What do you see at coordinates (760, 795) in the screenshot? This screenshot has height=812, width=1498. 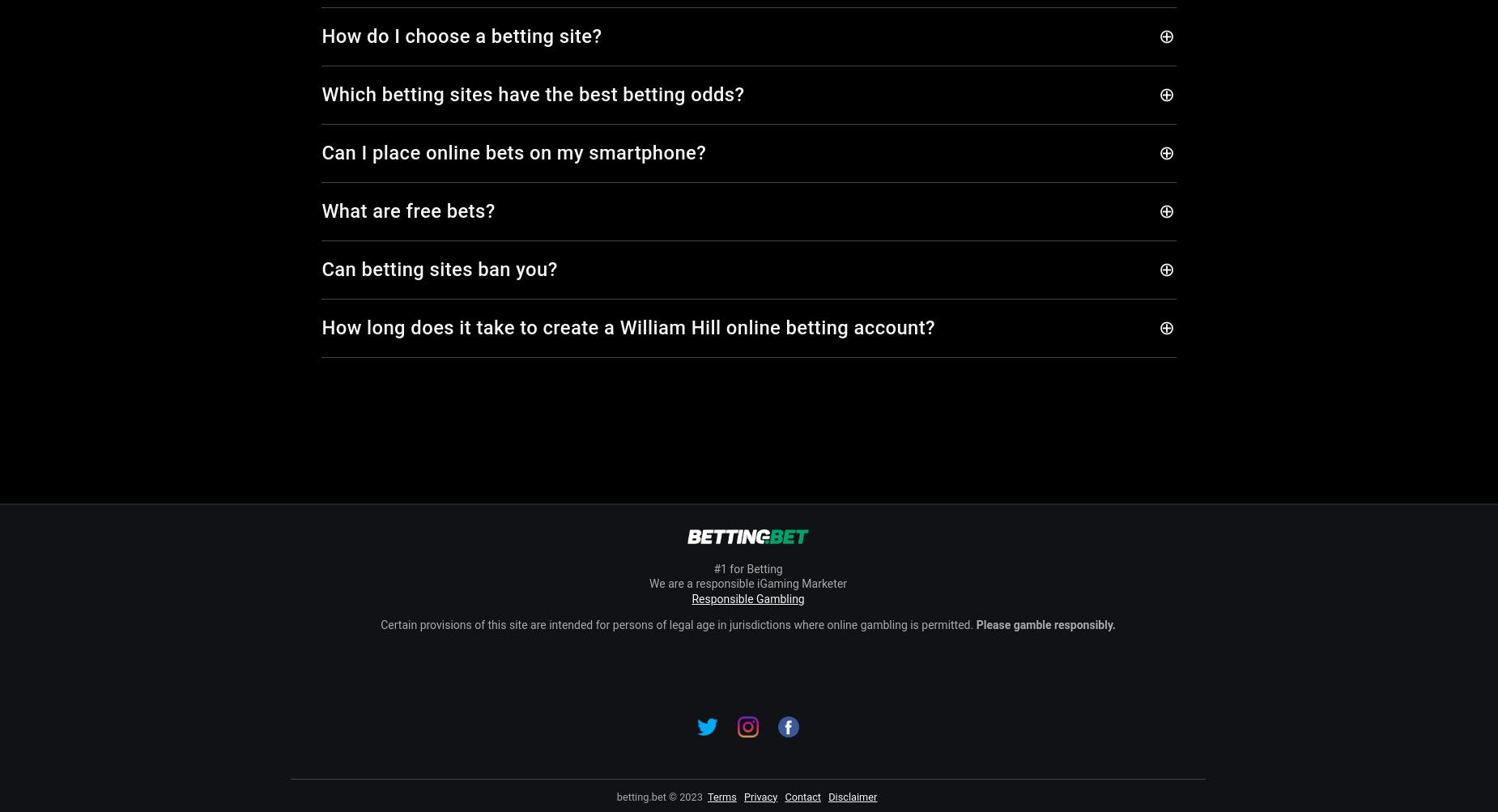 I see `'Privacy'` at bounding box center [760, 795].